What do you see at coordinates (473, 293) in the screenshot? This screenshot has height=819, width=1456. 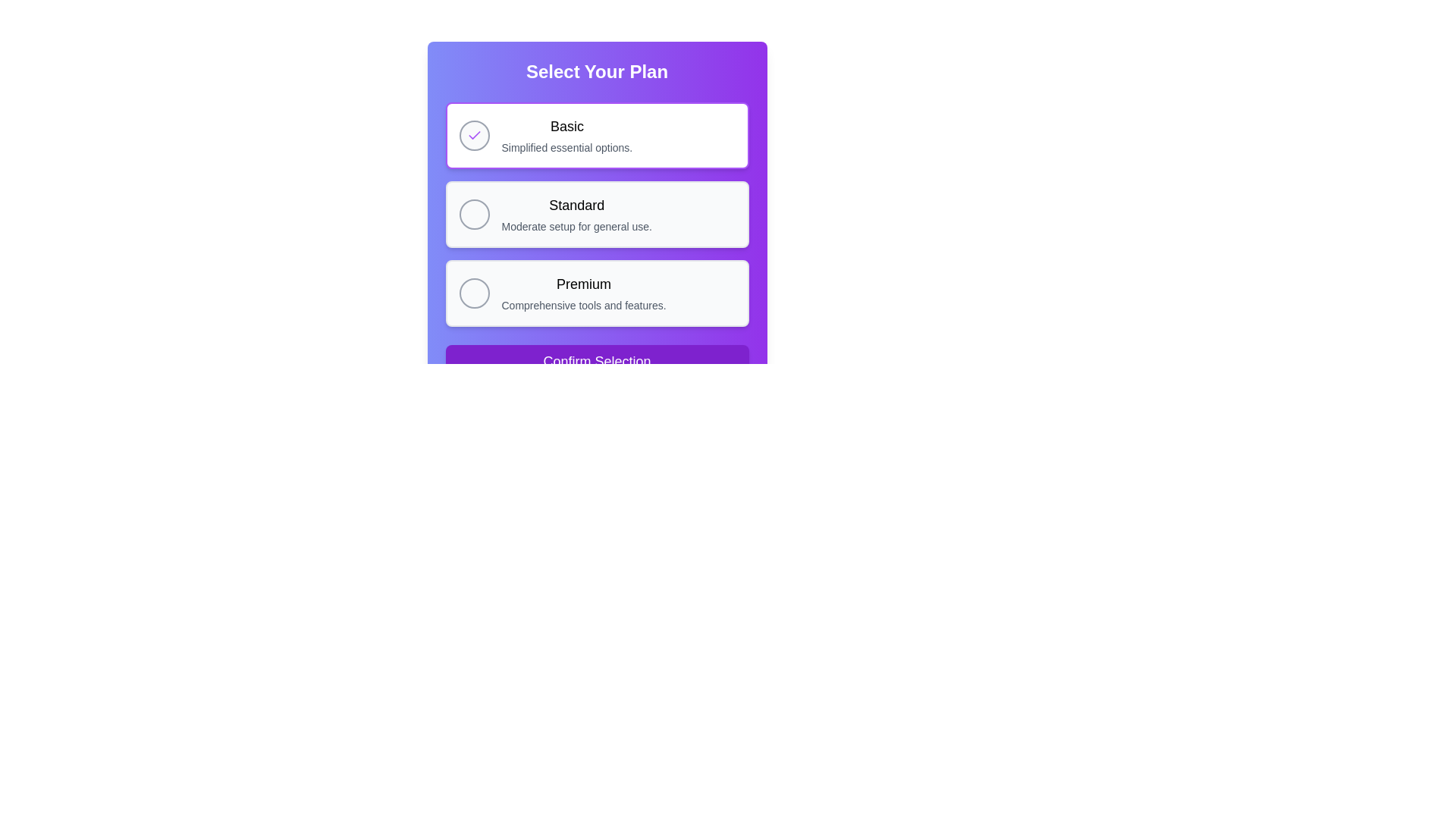 I see `the radio button located on the left side of the 'Premium' plan option` at bounding box center [473, 293].